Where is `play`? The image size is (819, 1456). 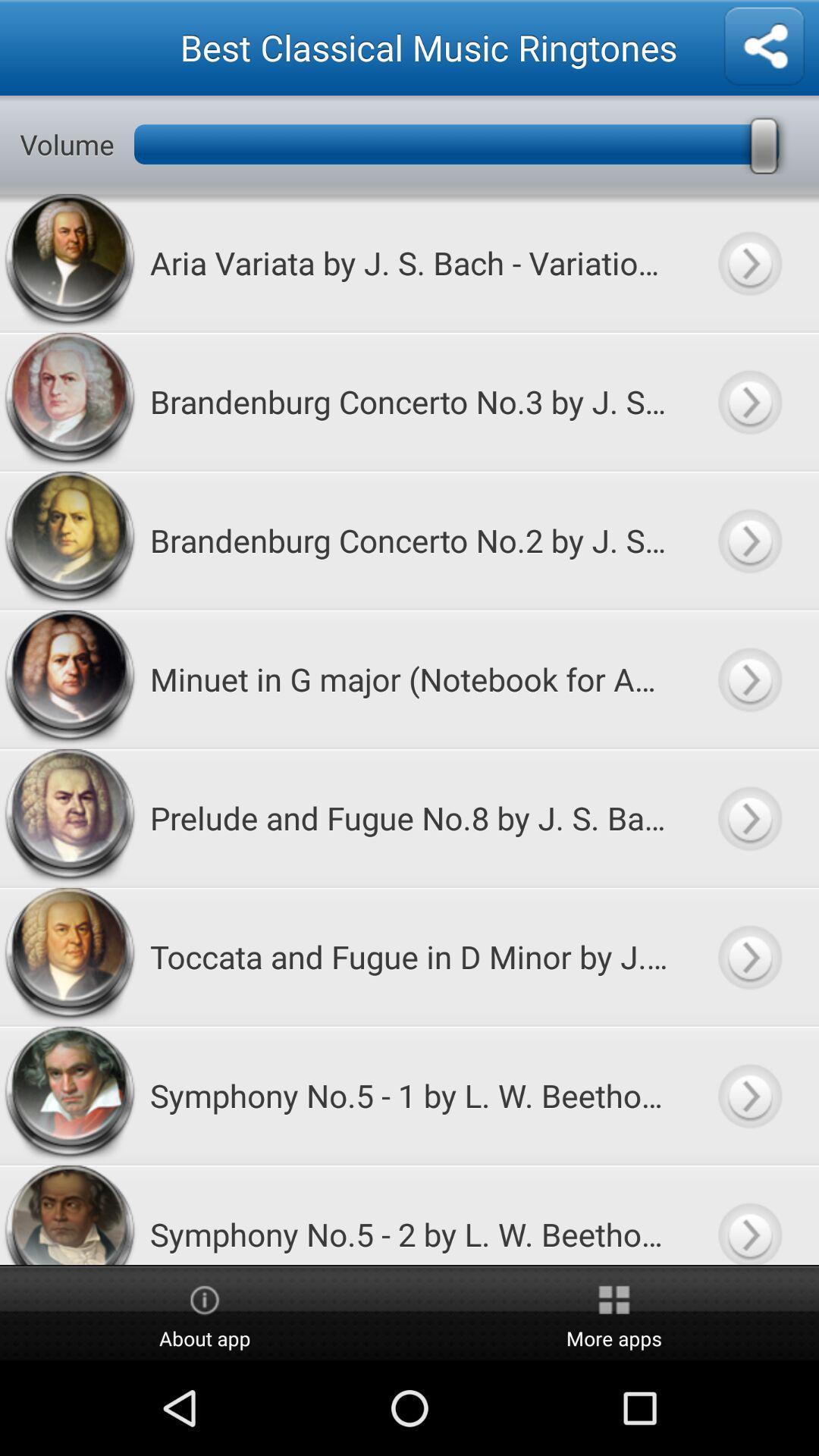
play is located at coordinates (748, 955).